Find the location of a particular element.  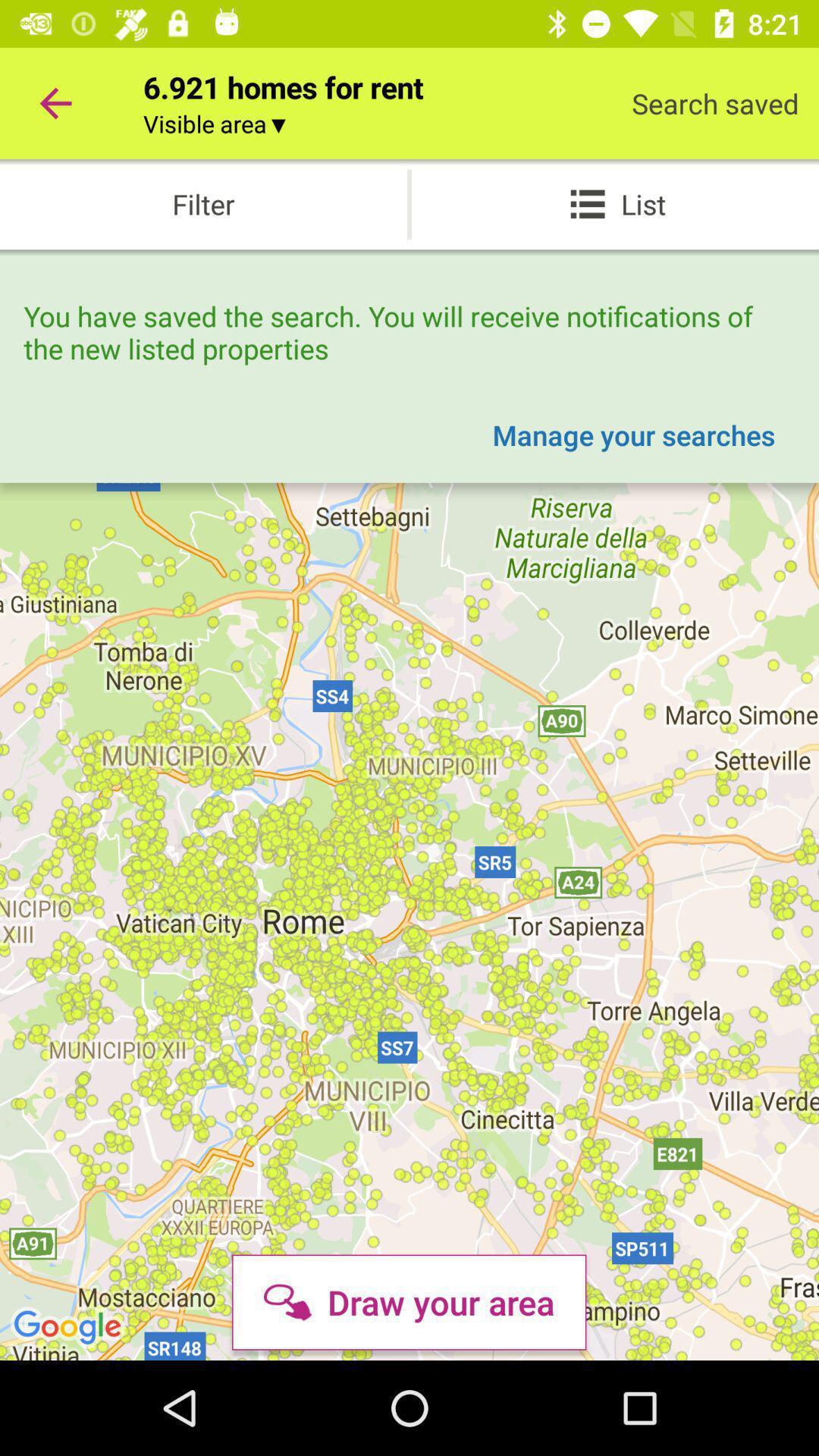

the draw your area icon is located at coordinates (408, 1301).